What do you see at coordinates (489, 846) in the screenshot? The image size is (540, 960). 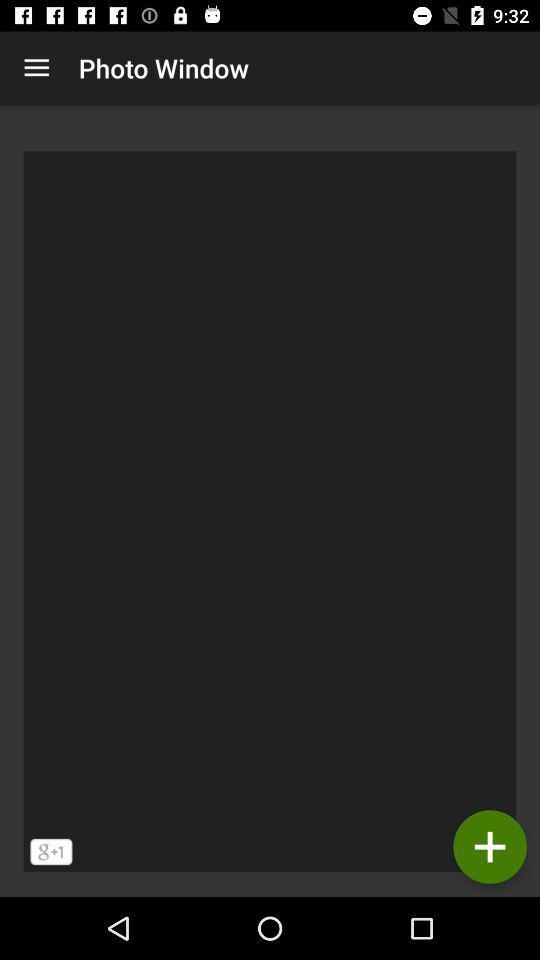 I see `the add icon` at bounding box center [489, 846].